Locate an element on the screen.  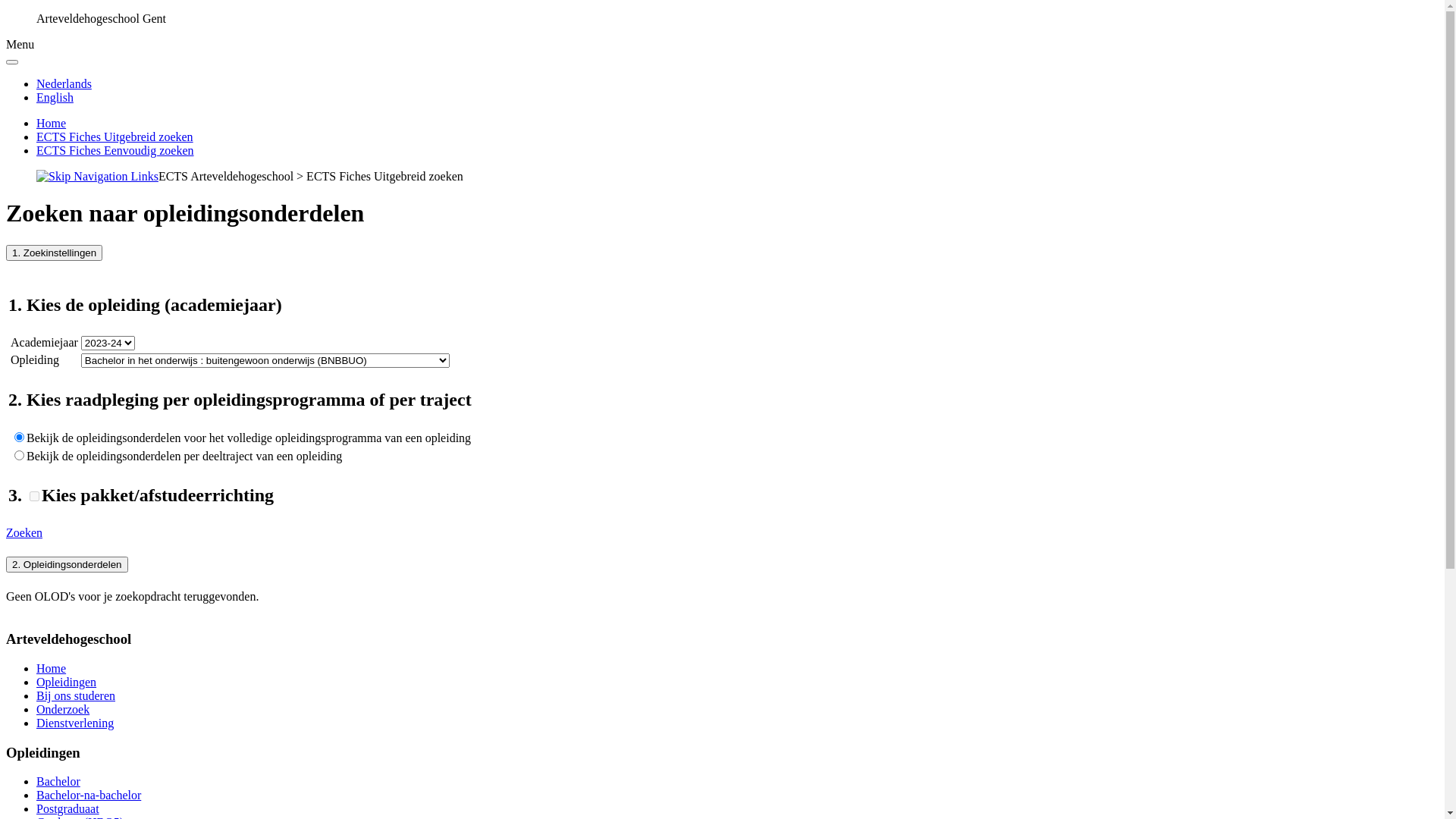
'Nederlands' is located at coordinates (63, 83).